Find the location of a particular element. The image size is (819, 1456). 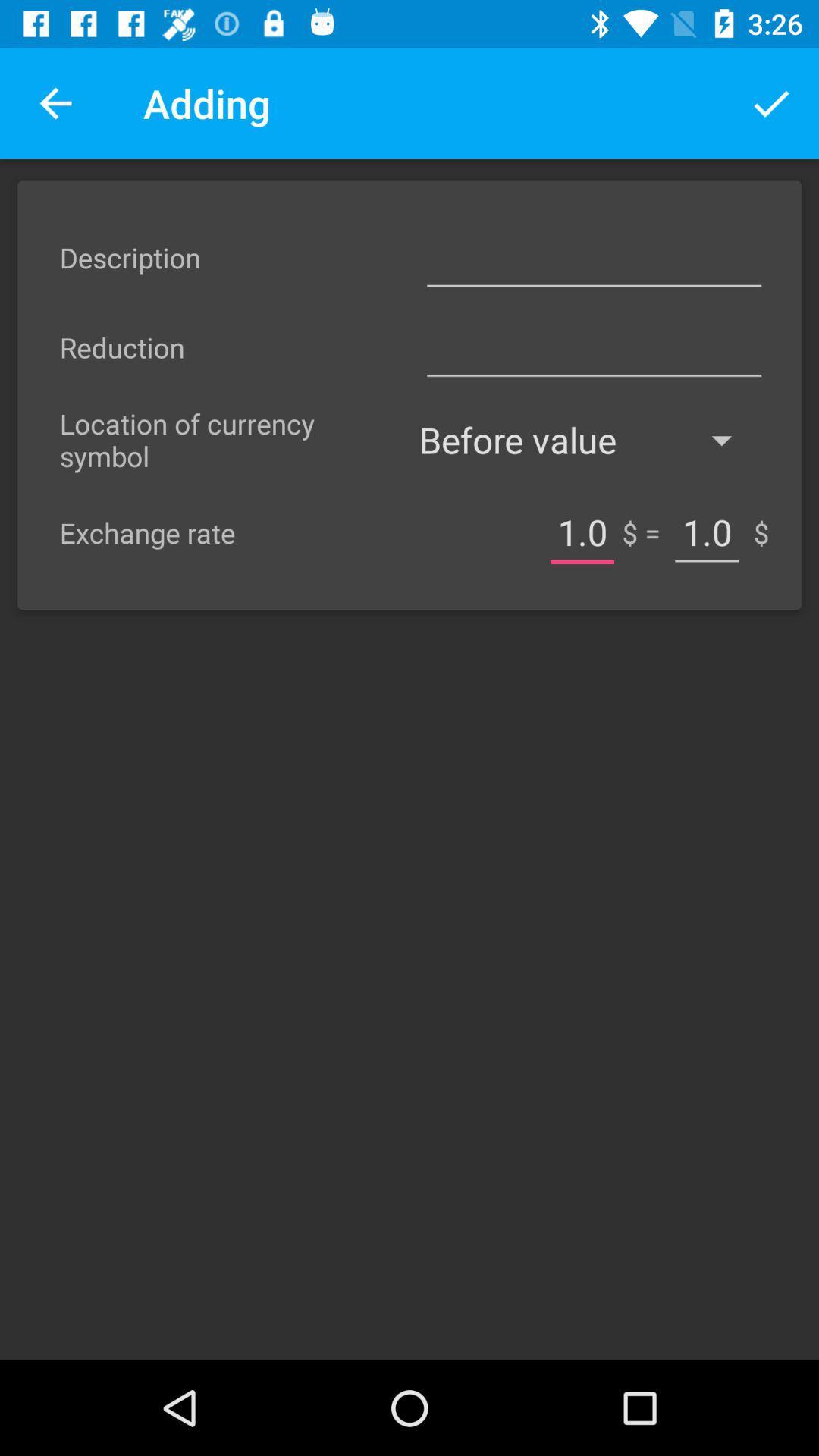

type in description is located at coordinates (593, 257).